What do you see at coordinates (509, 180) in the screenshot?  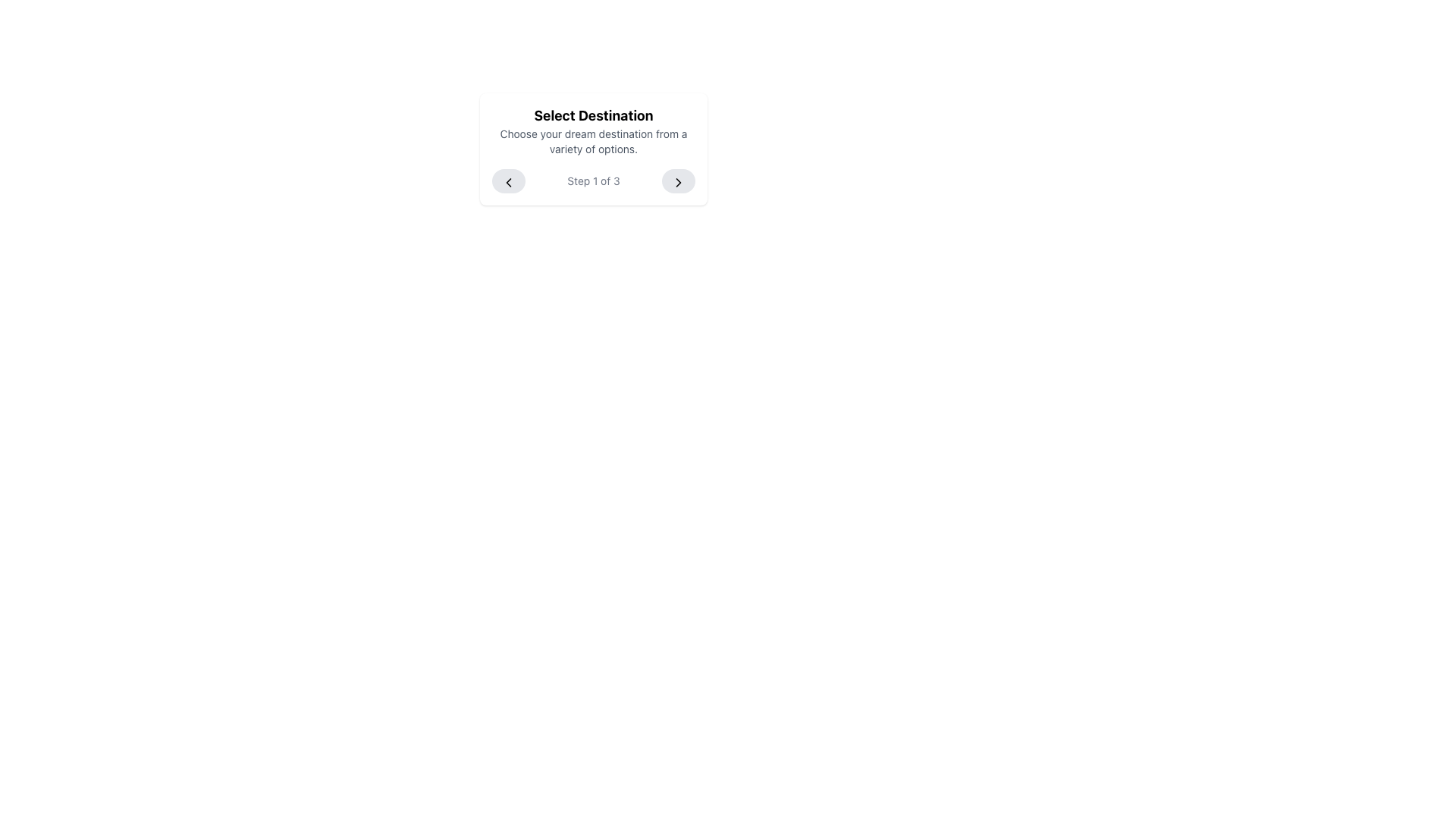 I see `the left-pointing chevron icon within the SVG element of the 'Select Destination' navigation card to utilize its functionality` at bounding box center [509, 180].